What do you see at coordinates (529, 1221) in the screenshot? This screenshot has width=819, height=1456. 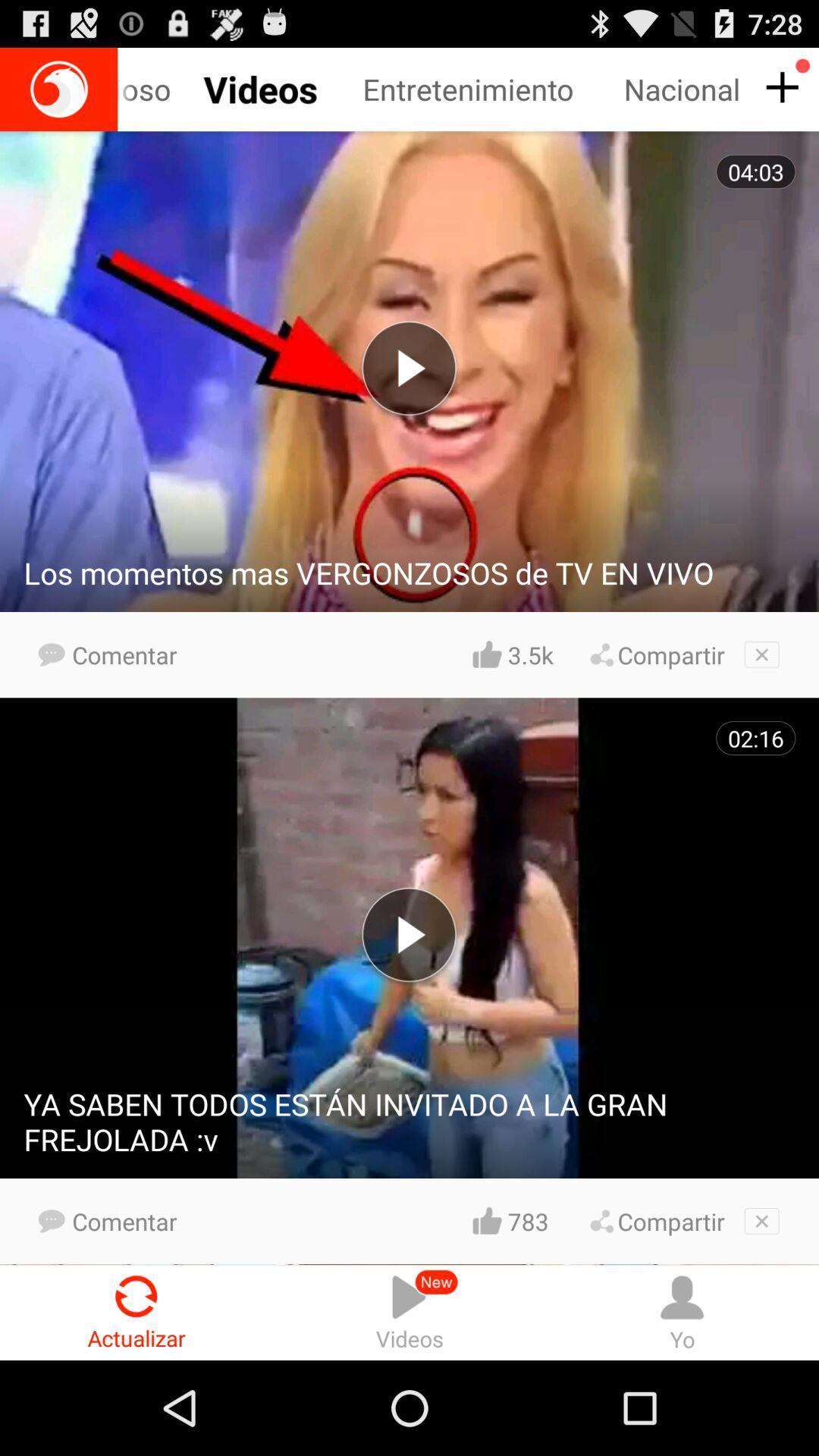 I see `the app next to compartir icon` at bounding box center [529, 1221].